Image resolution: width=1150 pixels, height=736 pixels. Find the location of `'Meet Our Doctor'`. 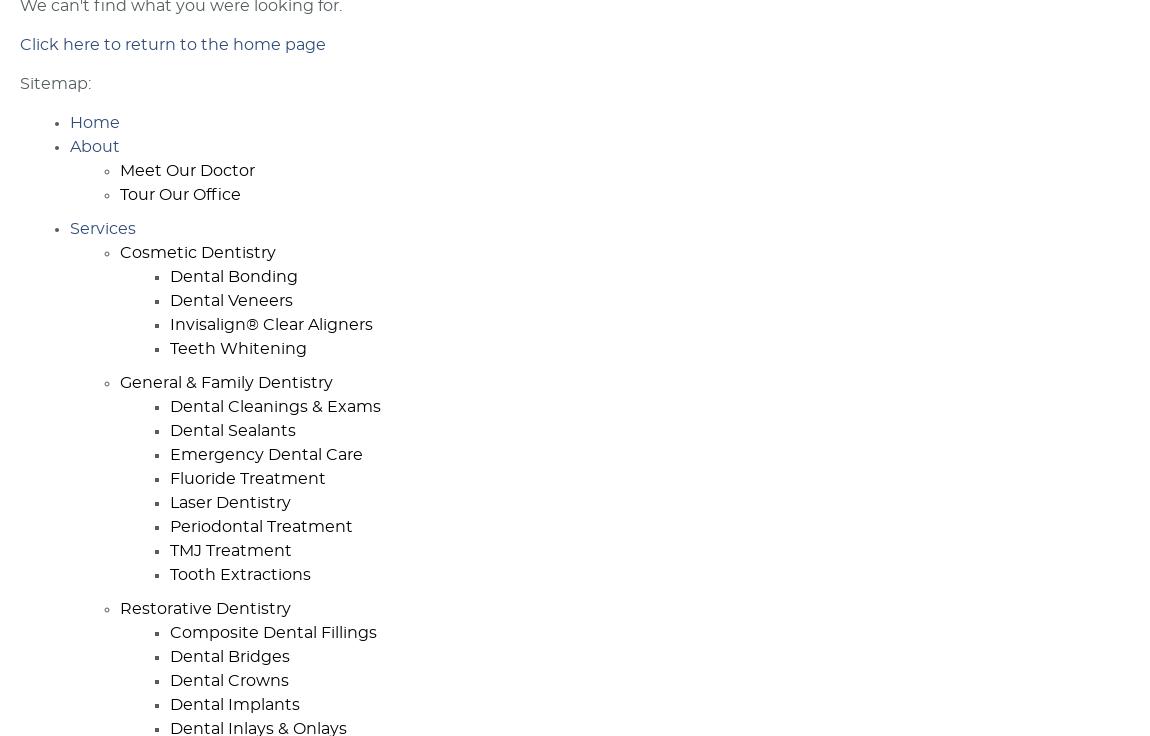

'Meet Our Doctor' is located at coordinates (186, 170).